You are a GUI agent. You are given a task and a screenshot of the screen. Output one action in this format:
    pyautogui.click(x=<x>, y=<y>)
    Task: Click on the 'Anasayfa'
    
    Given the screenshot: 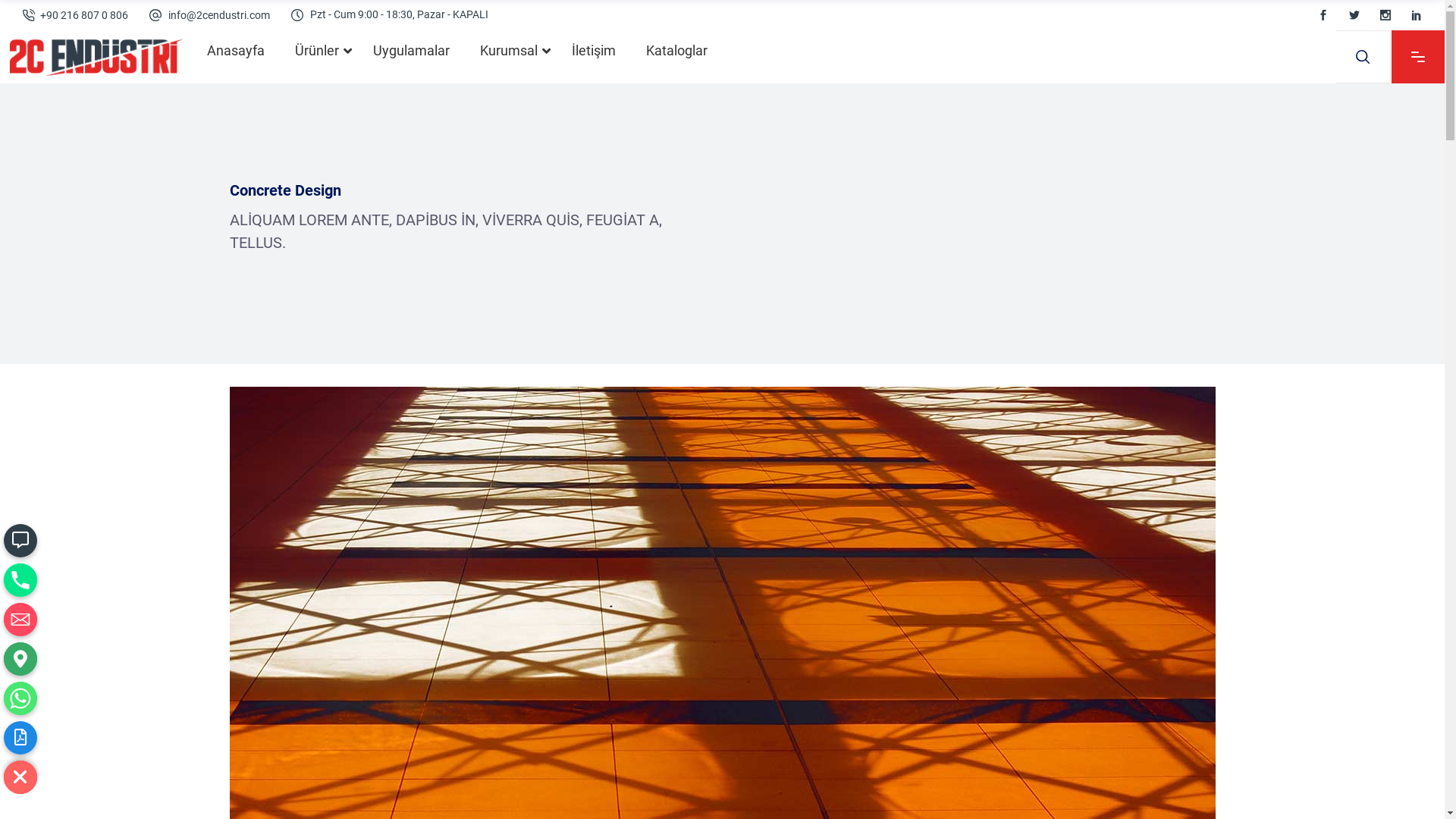 What is the action you would take?
    pyautogui.click(x=235, y=49)
    